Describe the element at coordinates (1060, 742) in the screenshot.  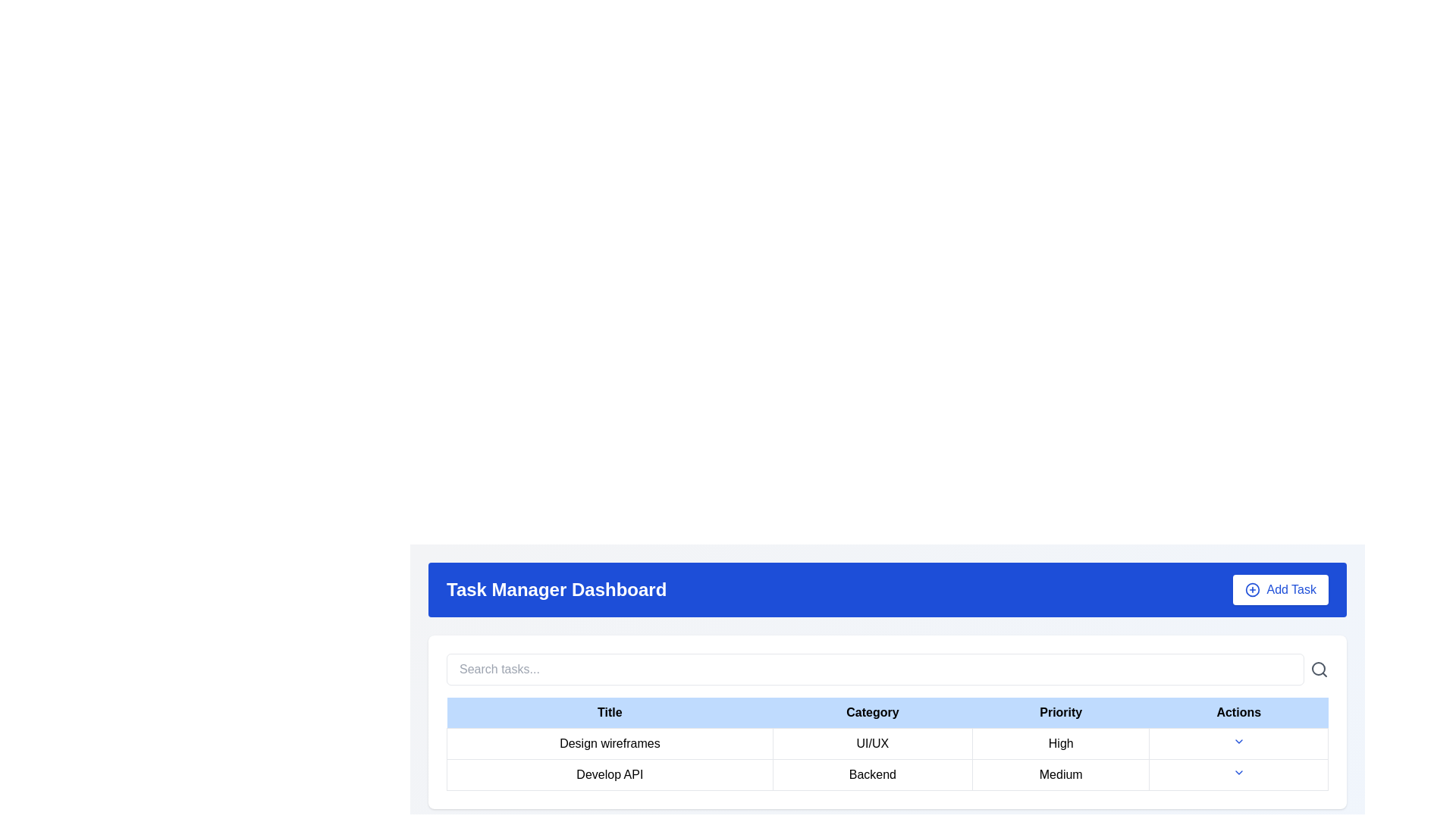
I see `the high priority status text label located in the 'Priority' column, positioned between the 'UI/UX' entry and the 'Actions' dropdown menu` at that location.